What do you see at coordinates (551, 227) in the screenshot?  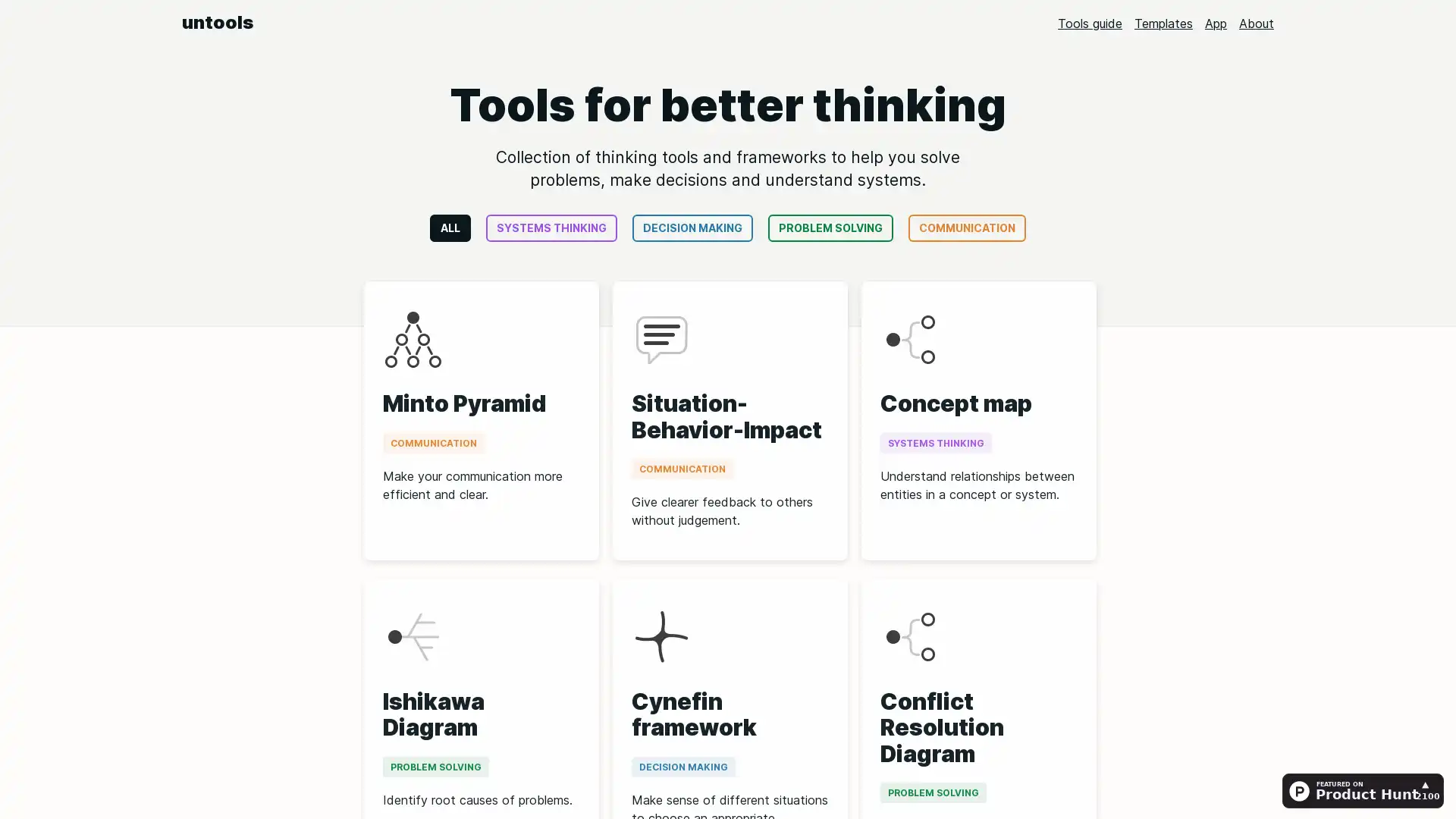 I see `SYSTEMS THINKING` at bounding box center [551, 227].